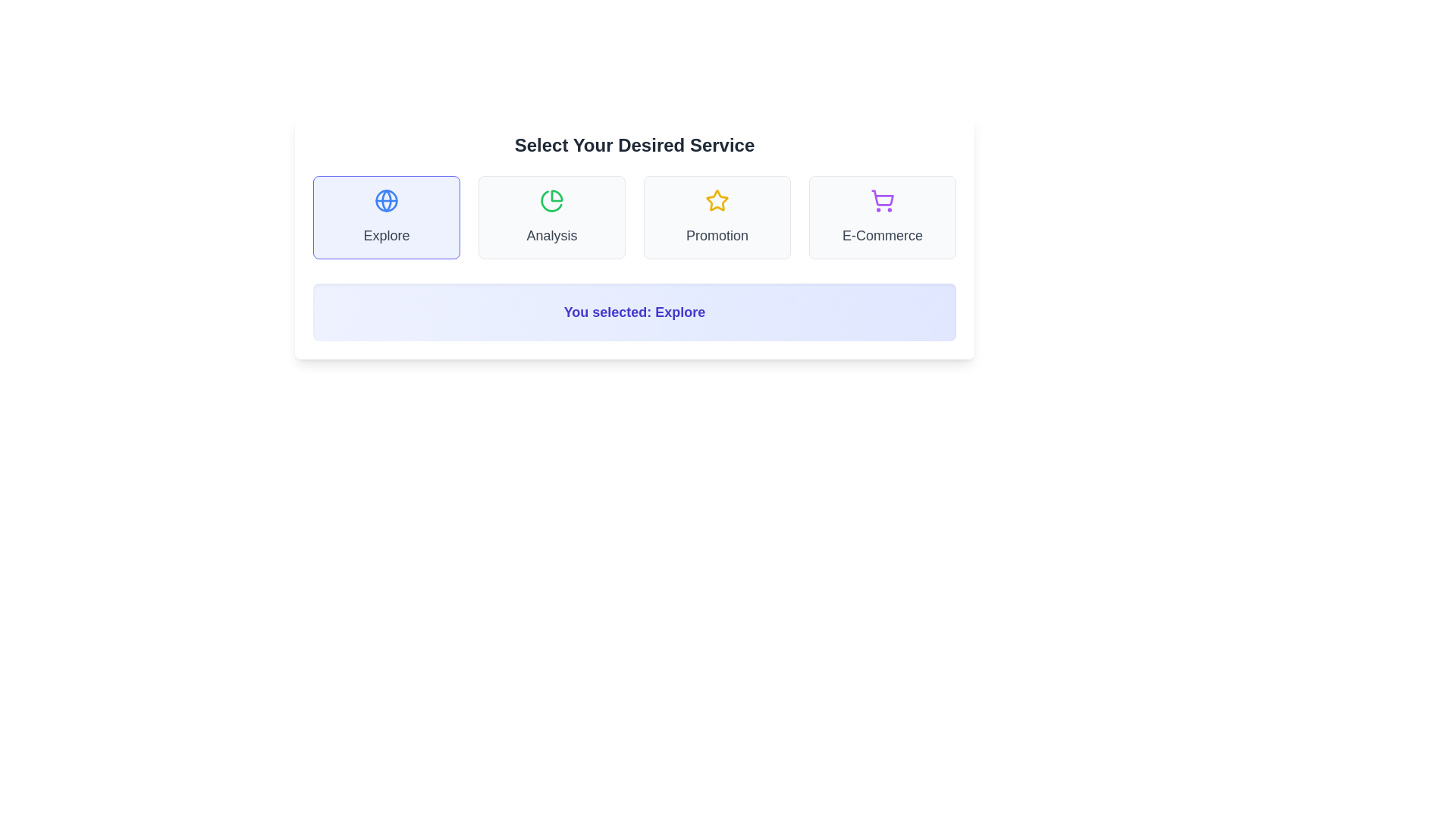 The image size is (1456, 819). I want to click on the title text that introduces the content options, located at the top center of its panel, so click(634, 146).